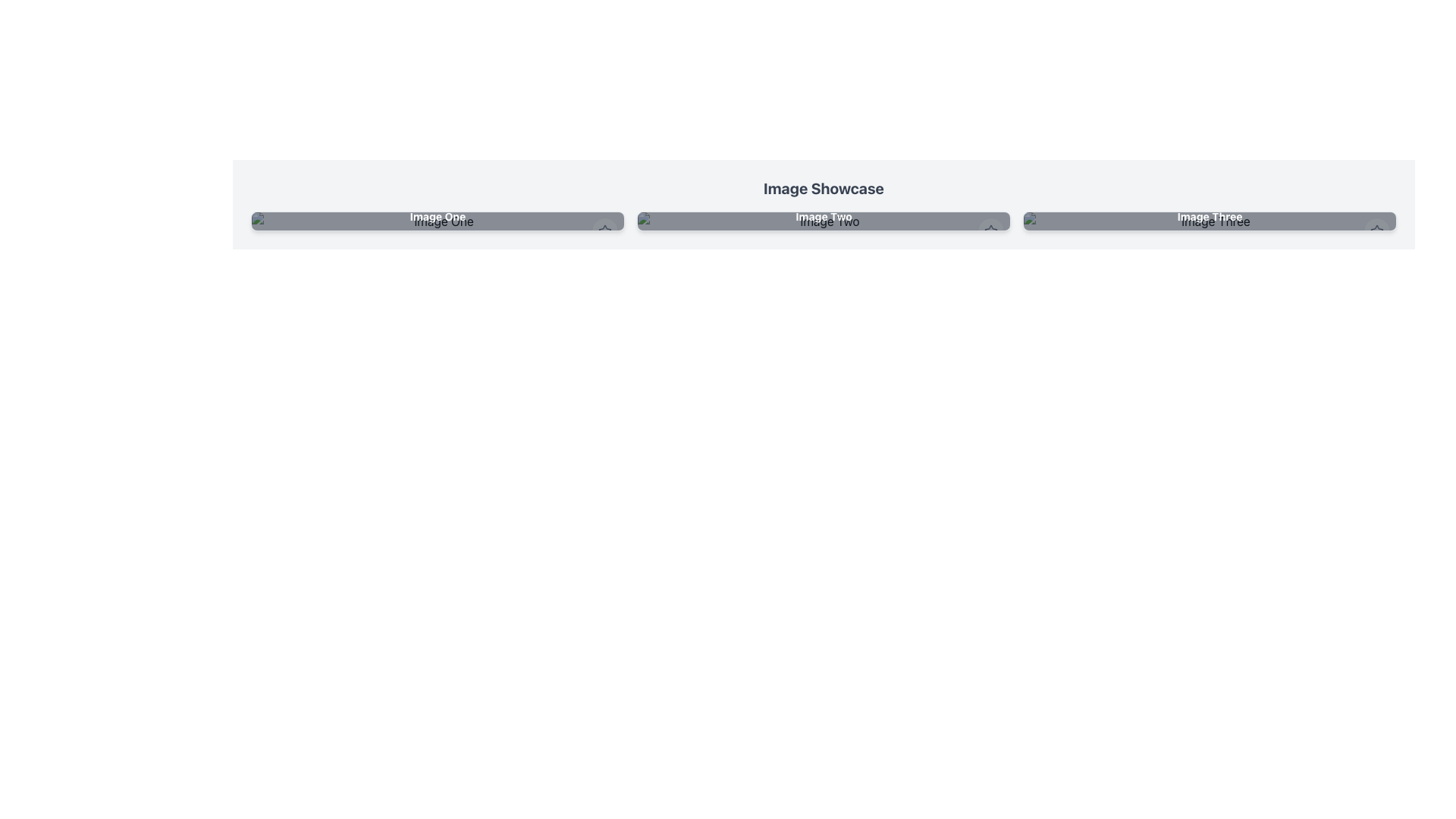  I want to click on the star-shaped button located at the top-right corner of the card labeled 'Image One' to mark or unmark it as a favorite, so click(604, 231).